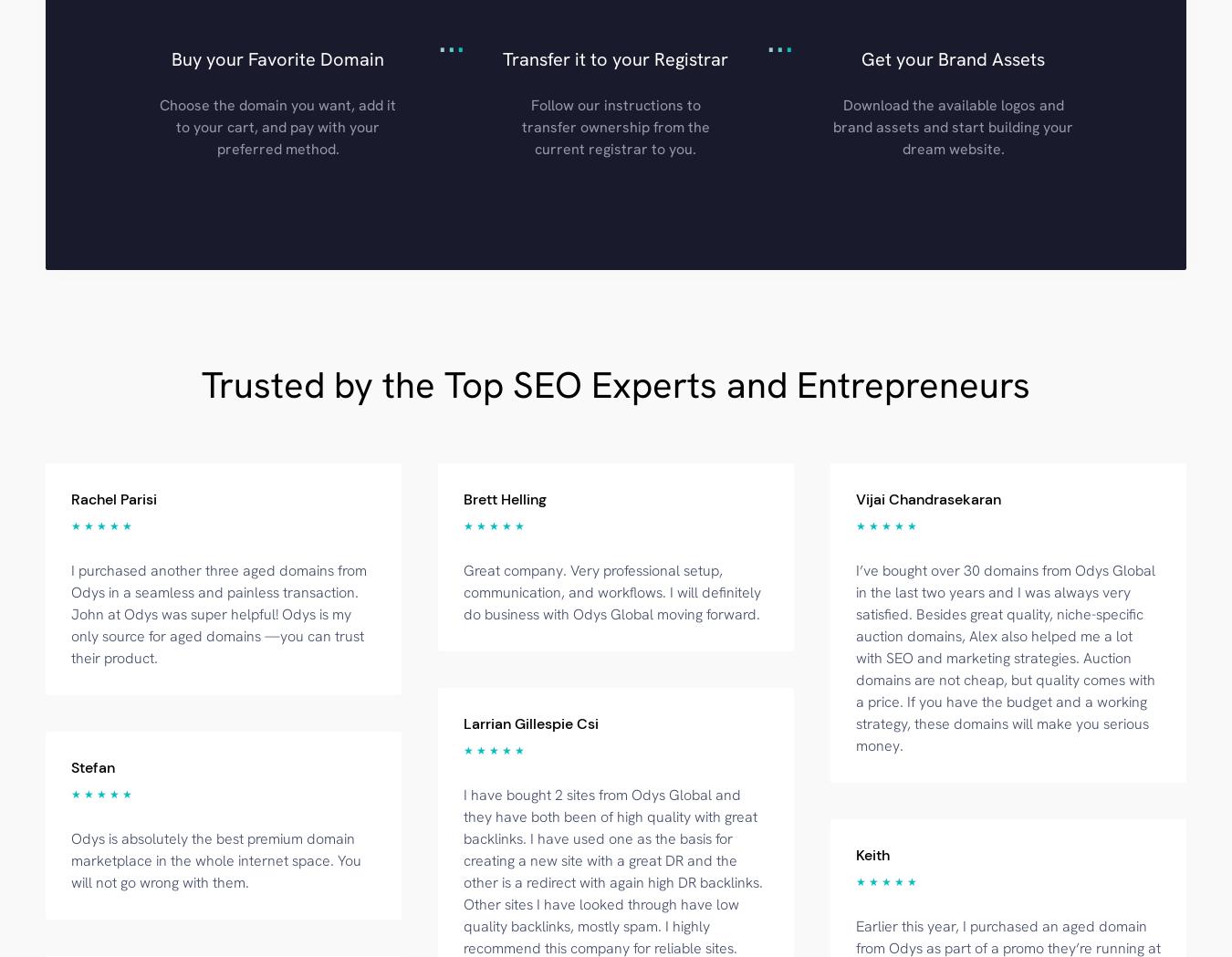 Image resolution: width=1232 pixels, height=957 pixels. What do you see at coordinates (215, 859) in the screenshot?
I see `'Odys is absolutely the best premium domain marketplace in the whole internet space. You will not go wrong with them.'` at bounding box center [215, 859].